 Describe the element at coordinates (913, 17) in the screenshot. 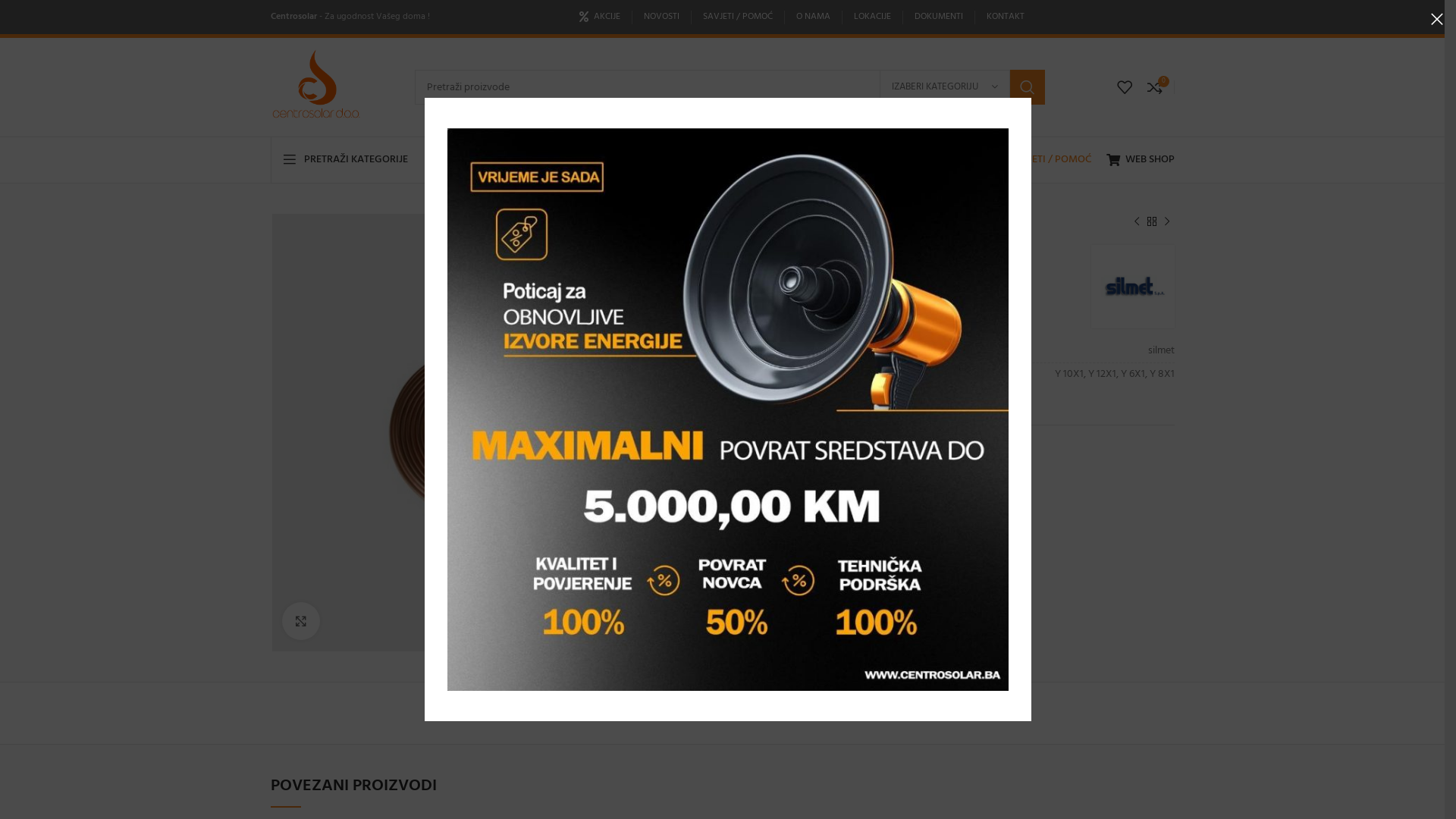

I see `'DOKUMENTI'` at that location.